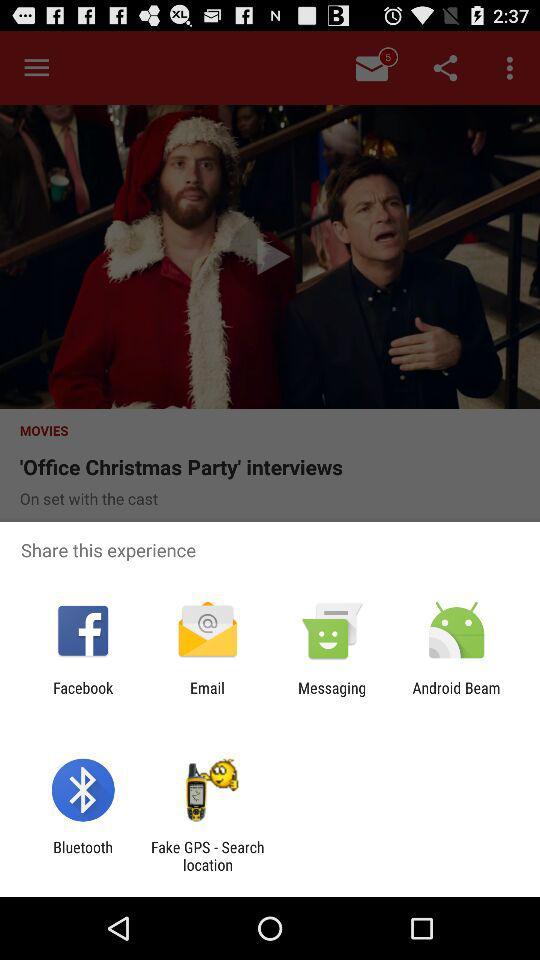 This screenshot has width=540, height=960. What do you see at coordinates (206, 855) in the screenshot?
I see `the icon to the right of bluetooth item` at bounding box center [206, 855].